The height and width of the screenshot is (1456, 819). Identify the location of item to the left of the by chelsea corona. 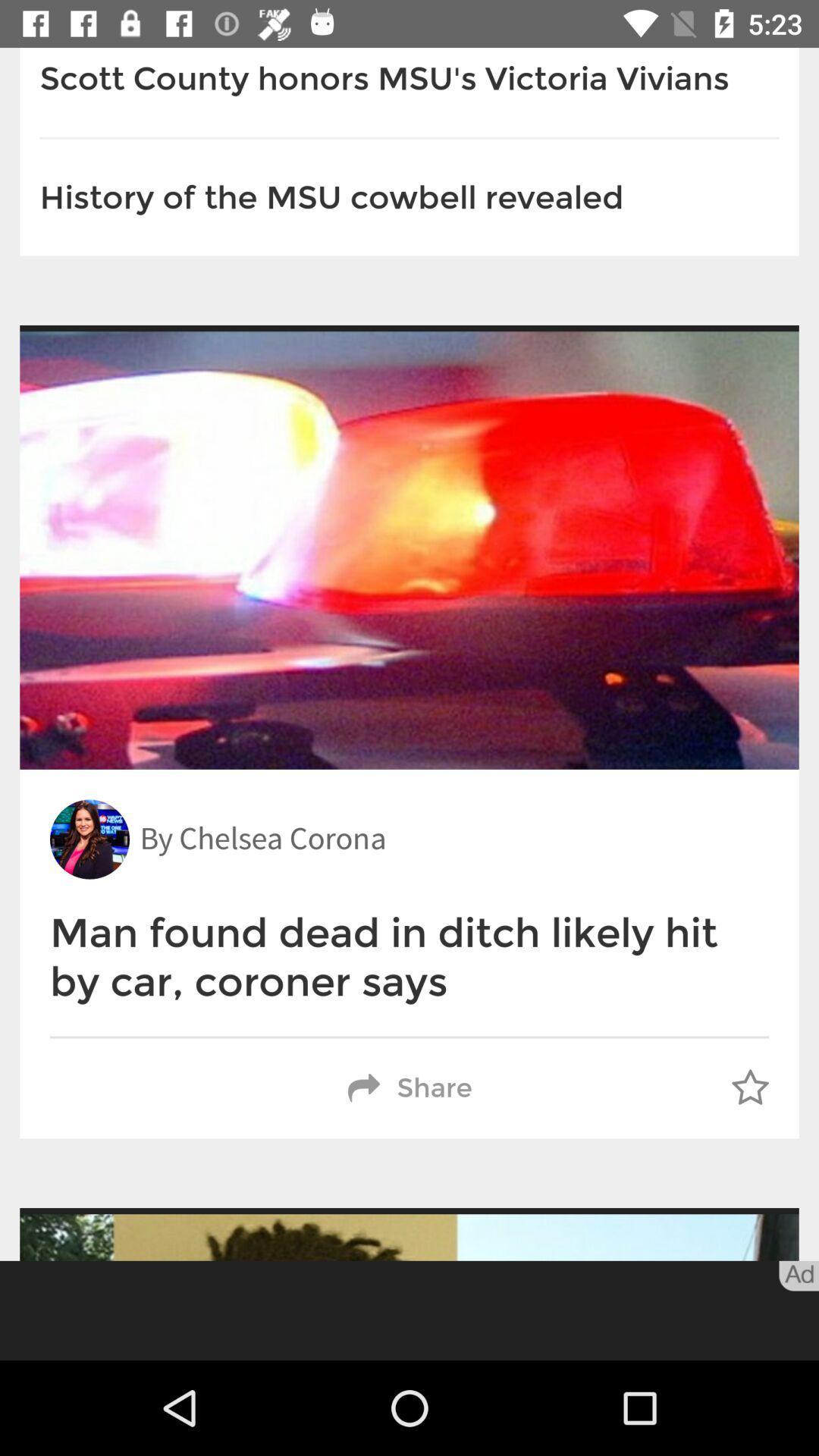
(89, 839).